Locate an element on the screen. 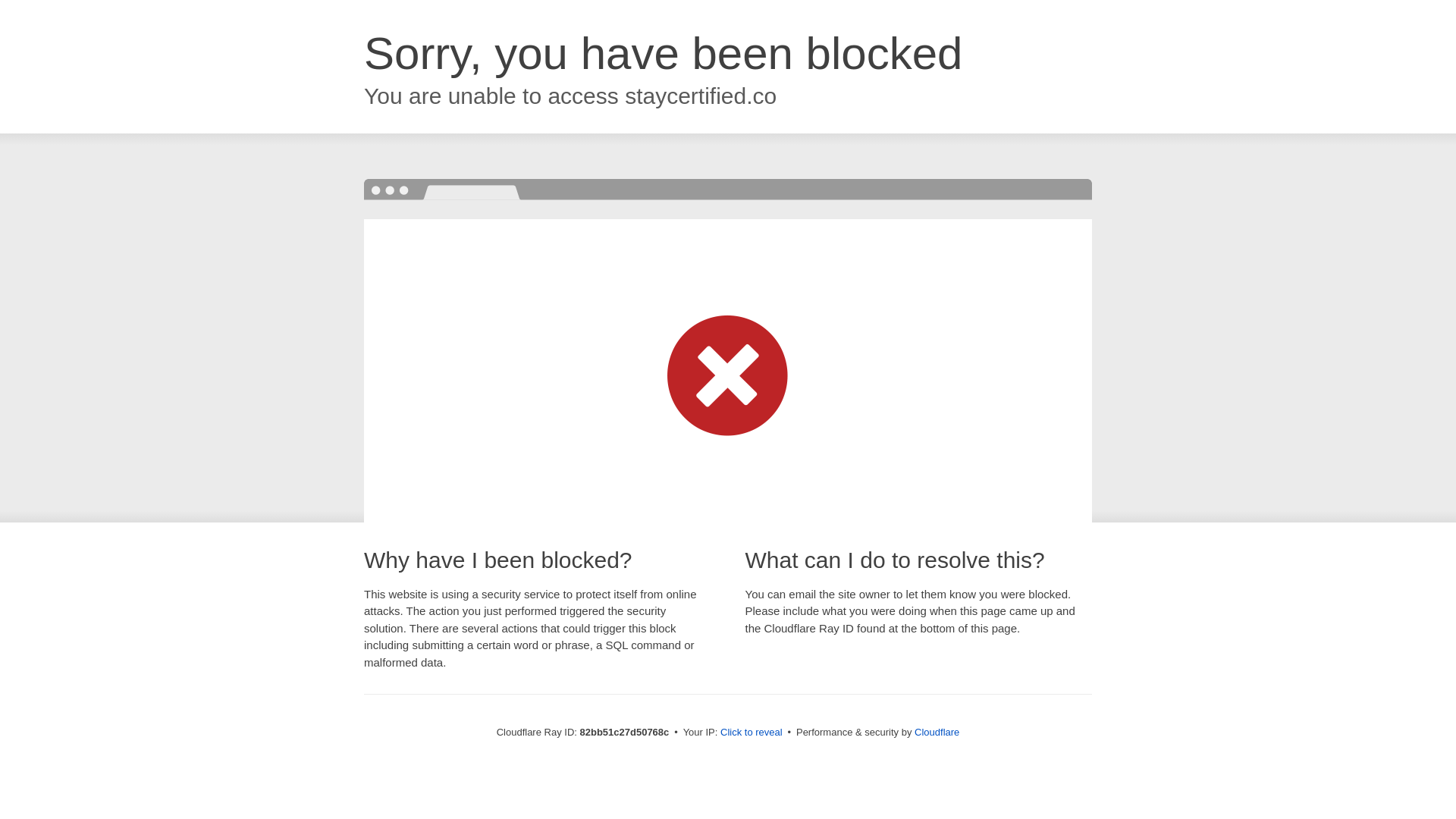 Image resolution: width=1456 pixels, height=819 pixels. 'Click to reveal' is located at coordinates (751, 731).